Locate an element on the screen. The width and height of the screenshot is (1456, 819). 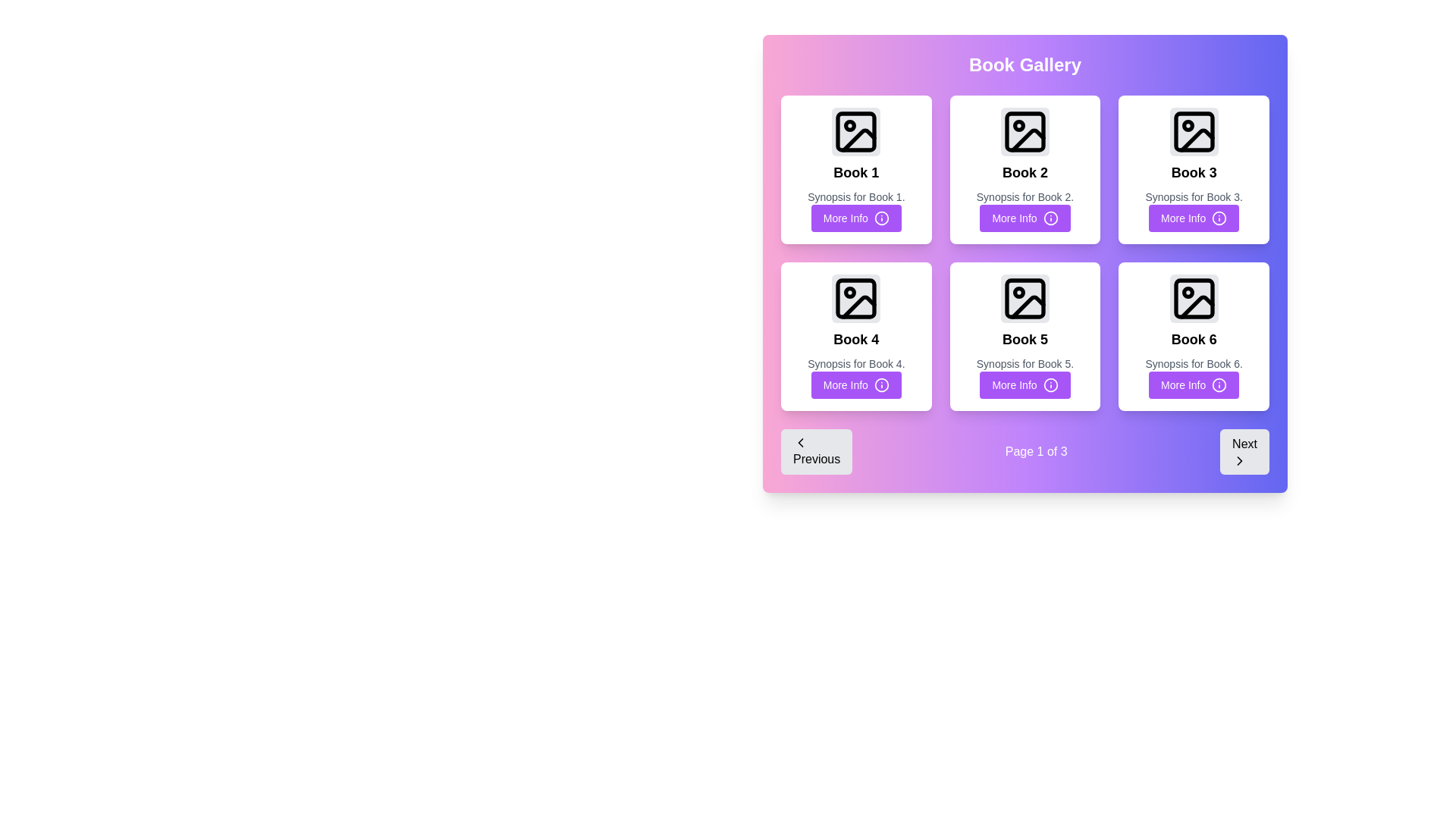
the button located below the synopsis text of 'Book 2' in the middle card of the top row within the 'Book Gallery' section is located at coordinates (1025, 218).